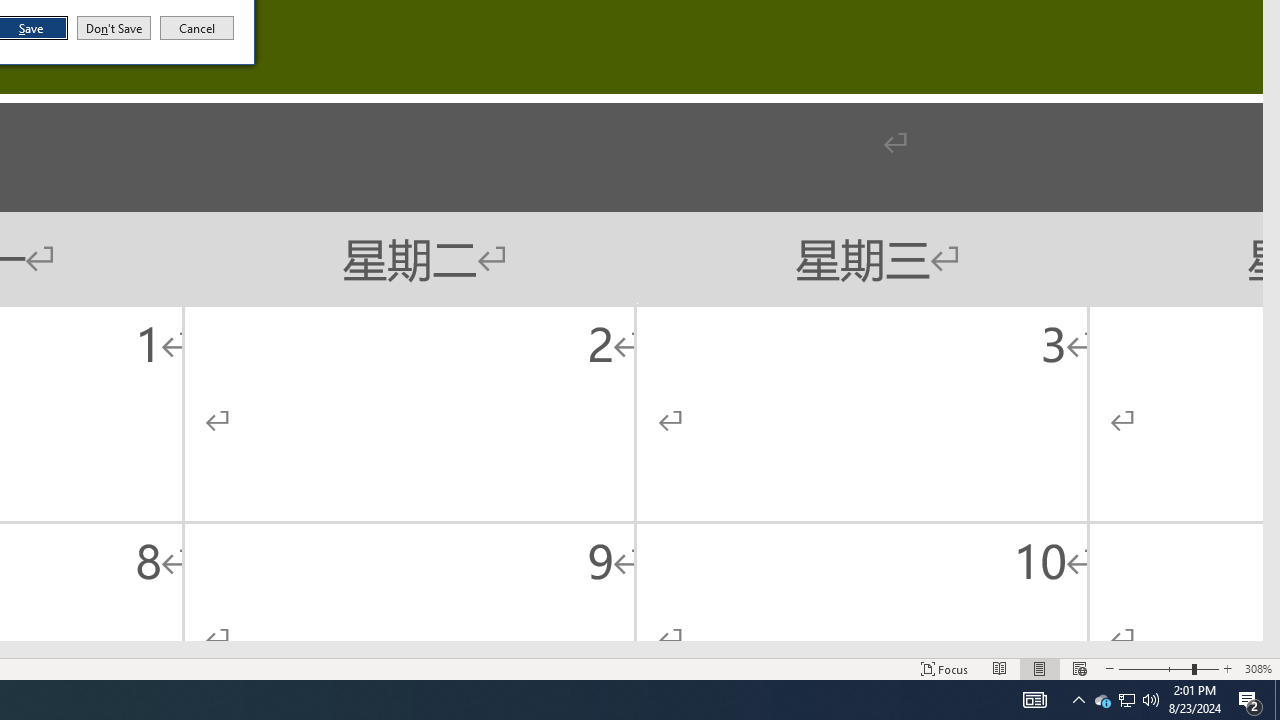 This screenshot has height=720, width=1280. What do you see at coordinates (1078, 669) in the screenshot?
I see `'Zoom Out'` at bounding box center [1078, 669].